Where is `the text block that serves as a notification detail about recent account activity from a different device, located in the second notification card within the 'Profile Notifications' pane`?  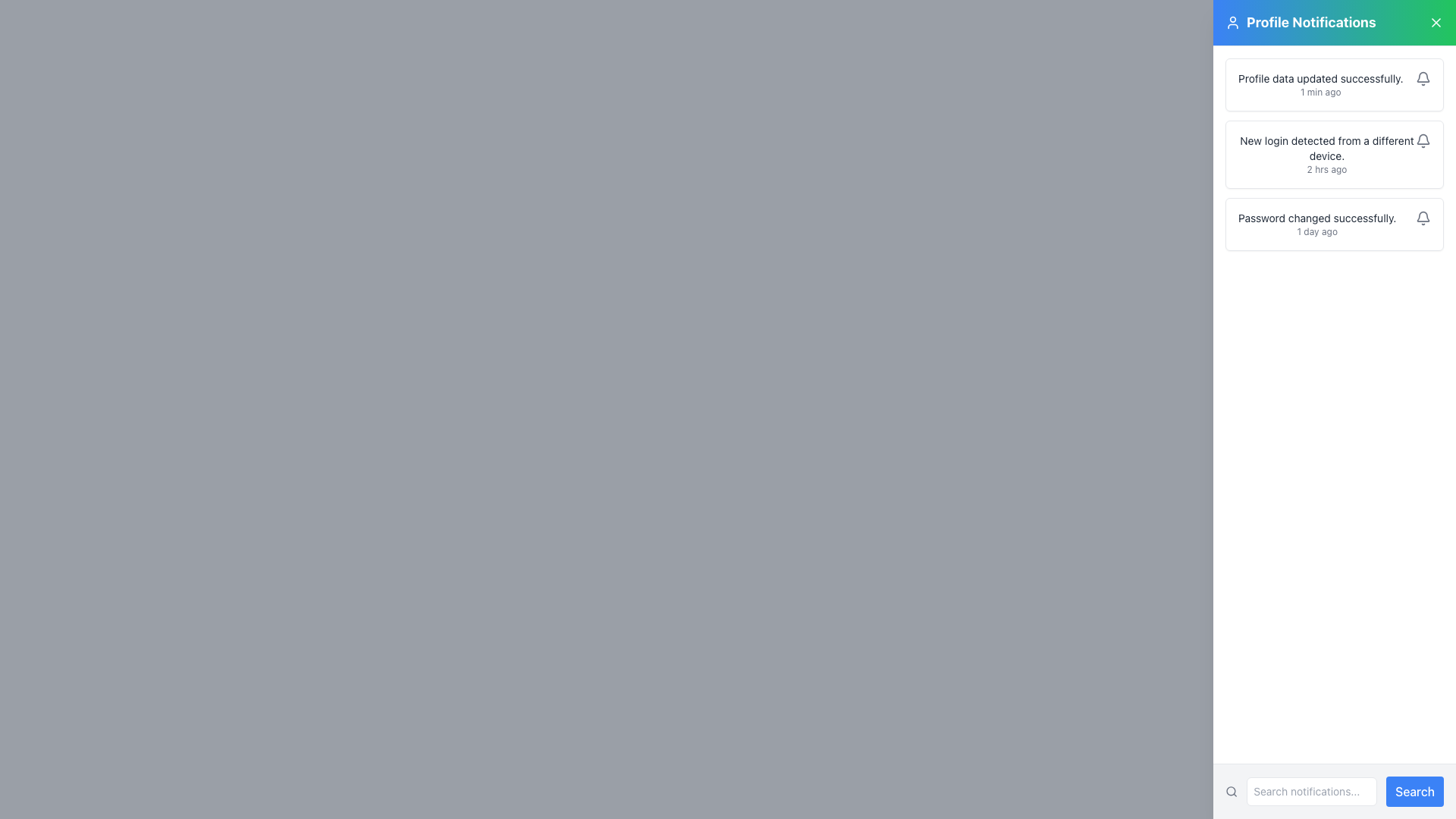
the text block that serves as a notification detail about recent account activity from a different device, located in the second notification card within the 'Profile Notifications' pane is located at coordinates (1326, 155).